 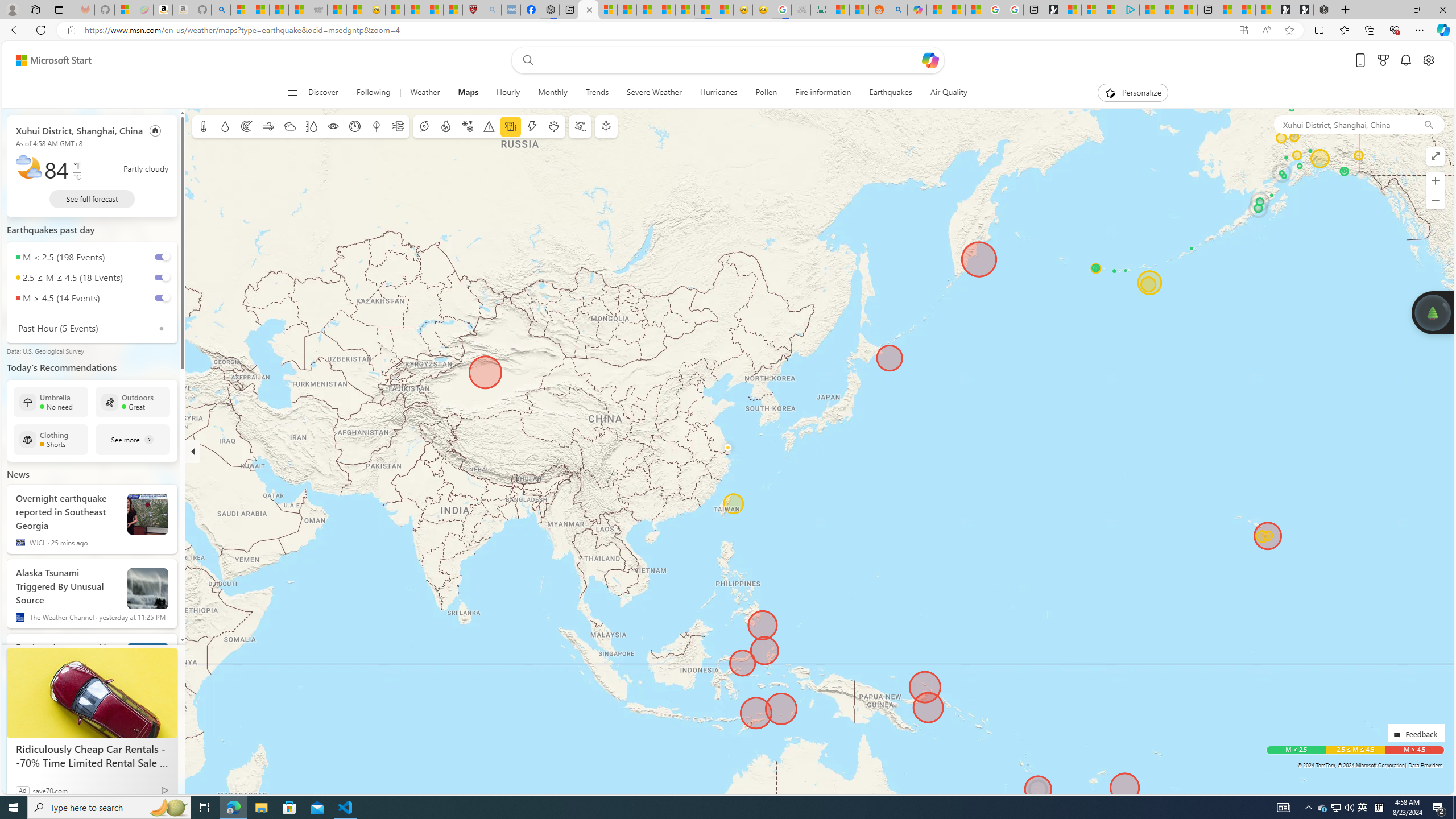 What do you see at coordinates (1266, 30) in the screenshot?
I see `'Read aloud this page (Ctrl+Shift+U)'` at bounding box center [1266, 30].